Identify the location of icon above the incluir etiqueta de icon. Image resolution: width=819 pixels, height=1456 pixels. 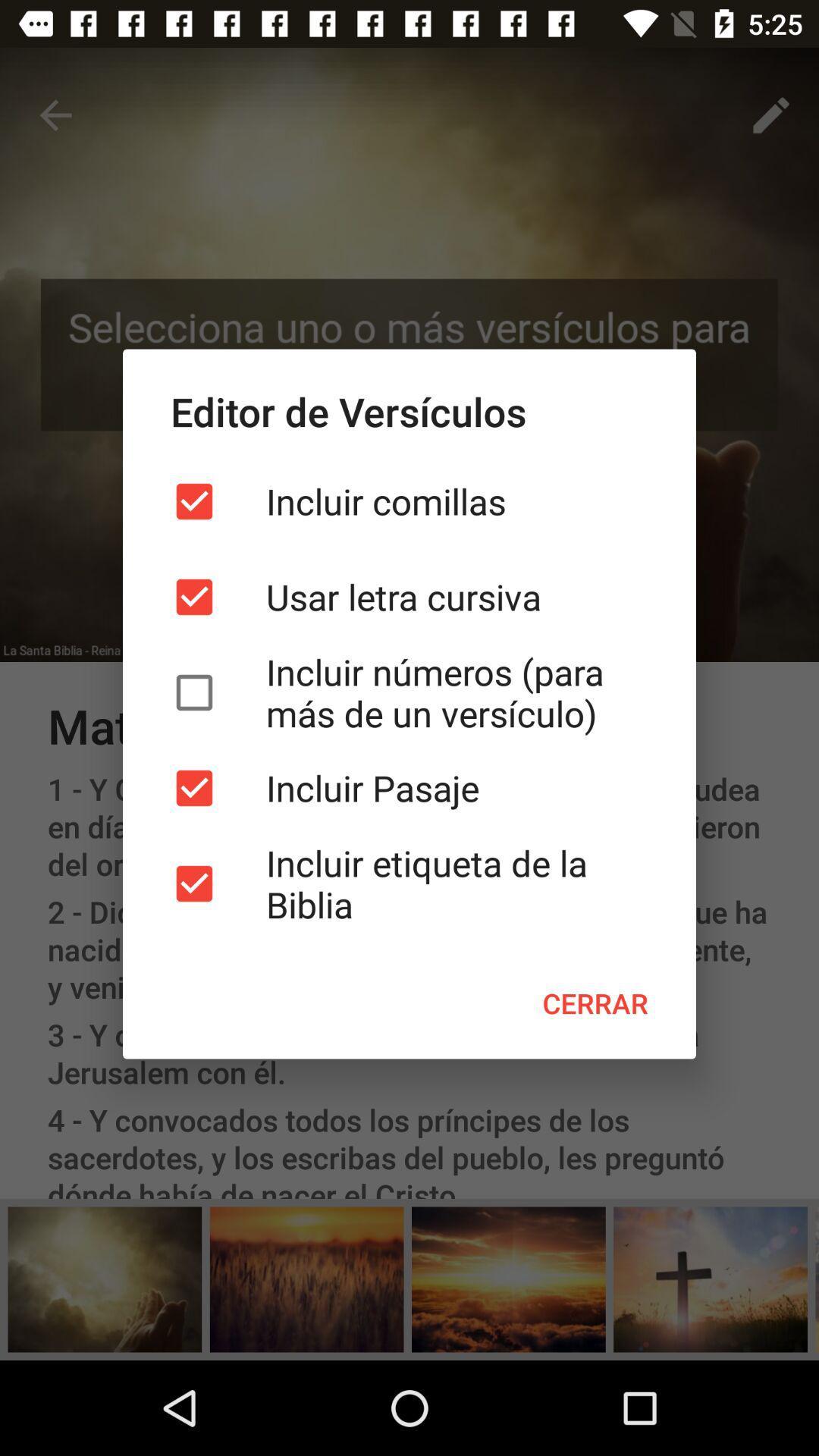
(409, 788).